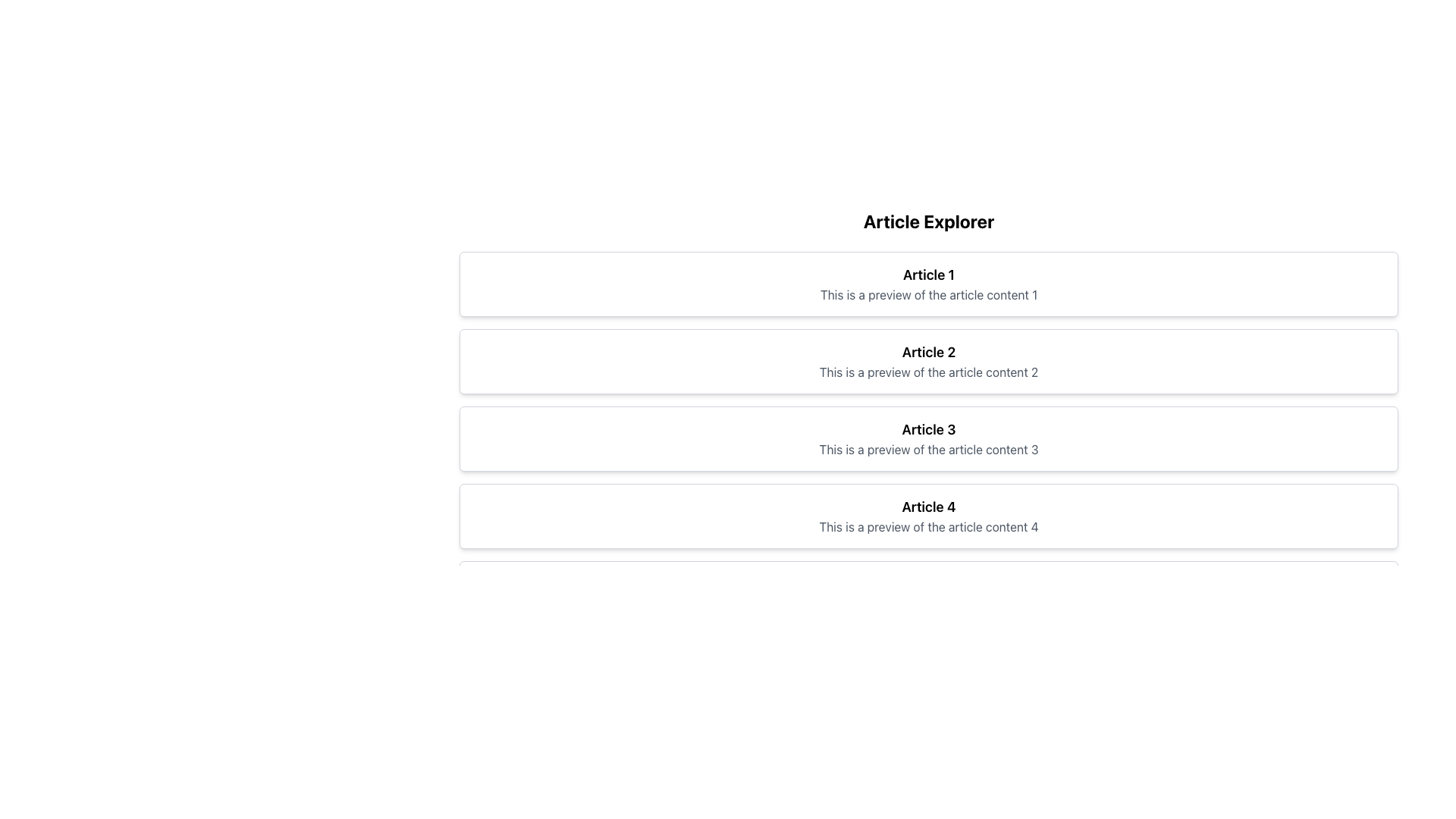  I want to click on the non-interactive text label indicating the title of the fourth article in the list of articles, so click(927, 507).